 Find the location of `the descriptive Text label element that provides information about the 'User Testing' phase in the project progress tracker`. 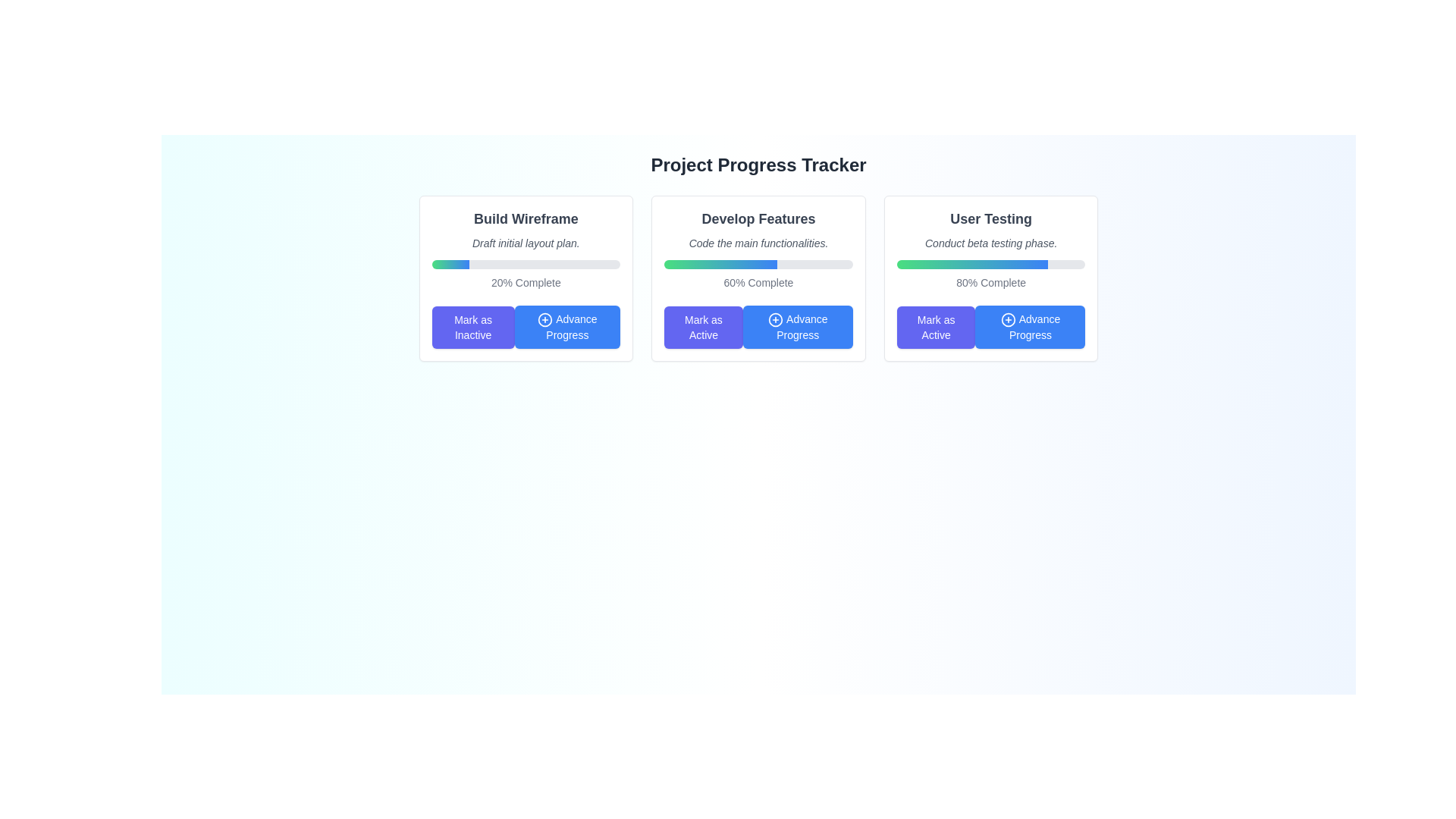

the descriptive Text label element that provides information about the 'User Testing' phase in the project progress tracker is located at coordinates (991, 242).